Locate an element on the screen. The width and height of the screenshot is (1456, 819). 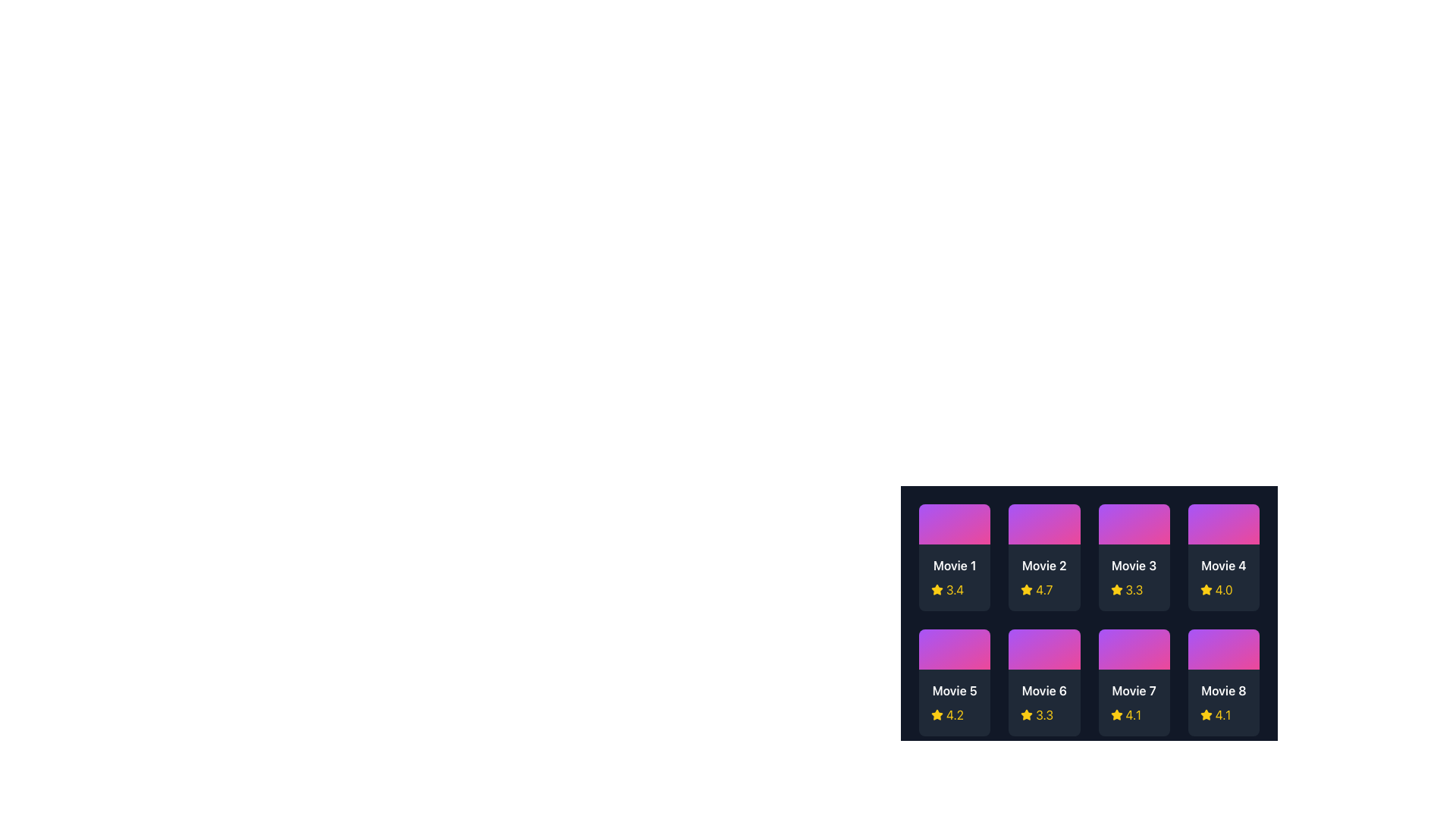
the yellow-colored star icon in the rating display for 'Movie 1', which is located adjacent to the numeric rating '3.4' is located at coordinates (937, 589).